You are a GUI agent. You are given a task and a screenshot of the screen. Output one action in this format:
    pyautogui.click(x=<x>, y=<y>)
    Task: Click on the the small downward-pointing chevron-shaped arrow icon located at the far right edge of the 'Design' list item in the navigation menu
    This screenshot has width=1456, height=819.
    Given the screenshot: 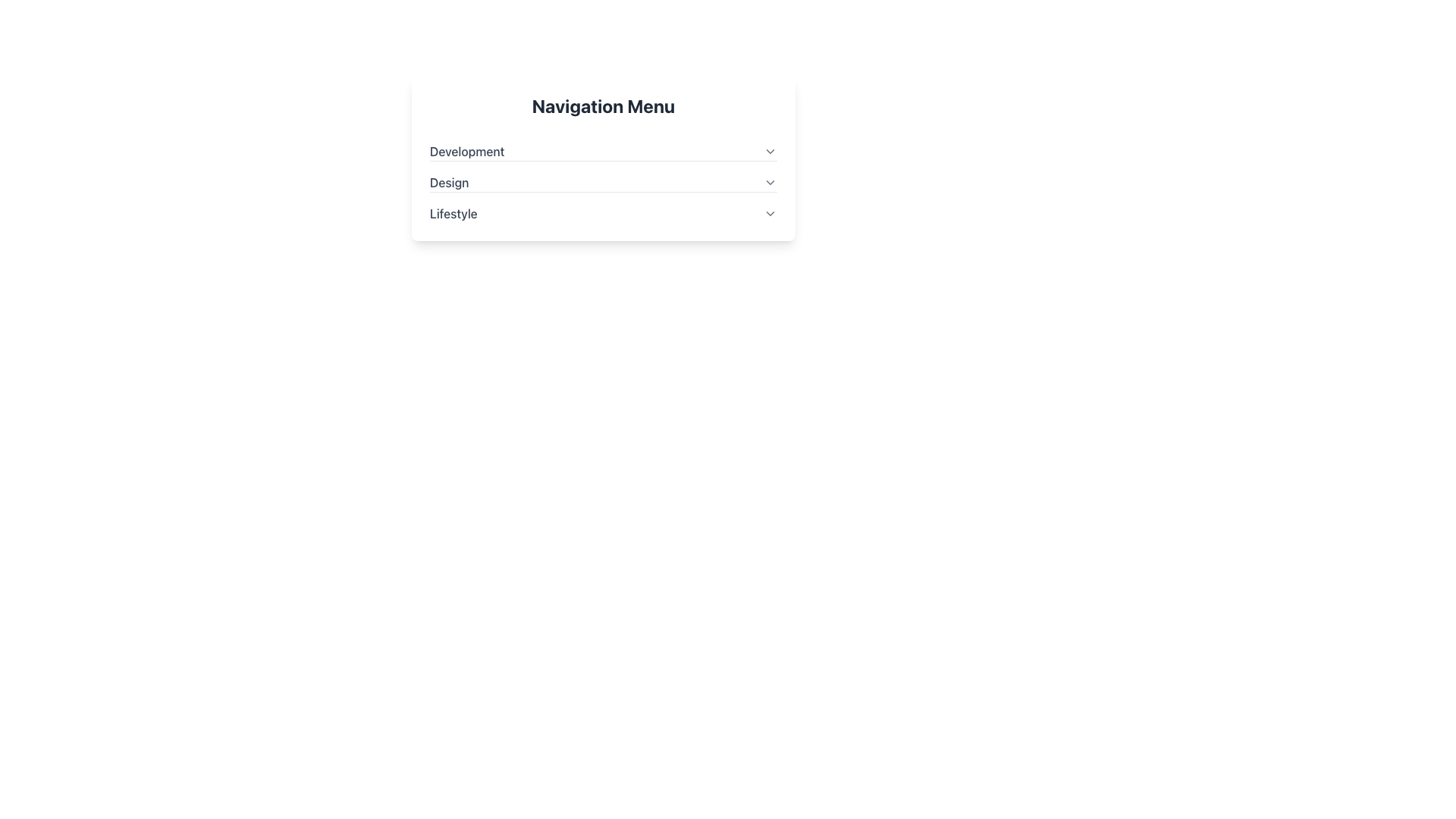 What is the action you would take?
    pyautogui.click(x=770, y=181)
    